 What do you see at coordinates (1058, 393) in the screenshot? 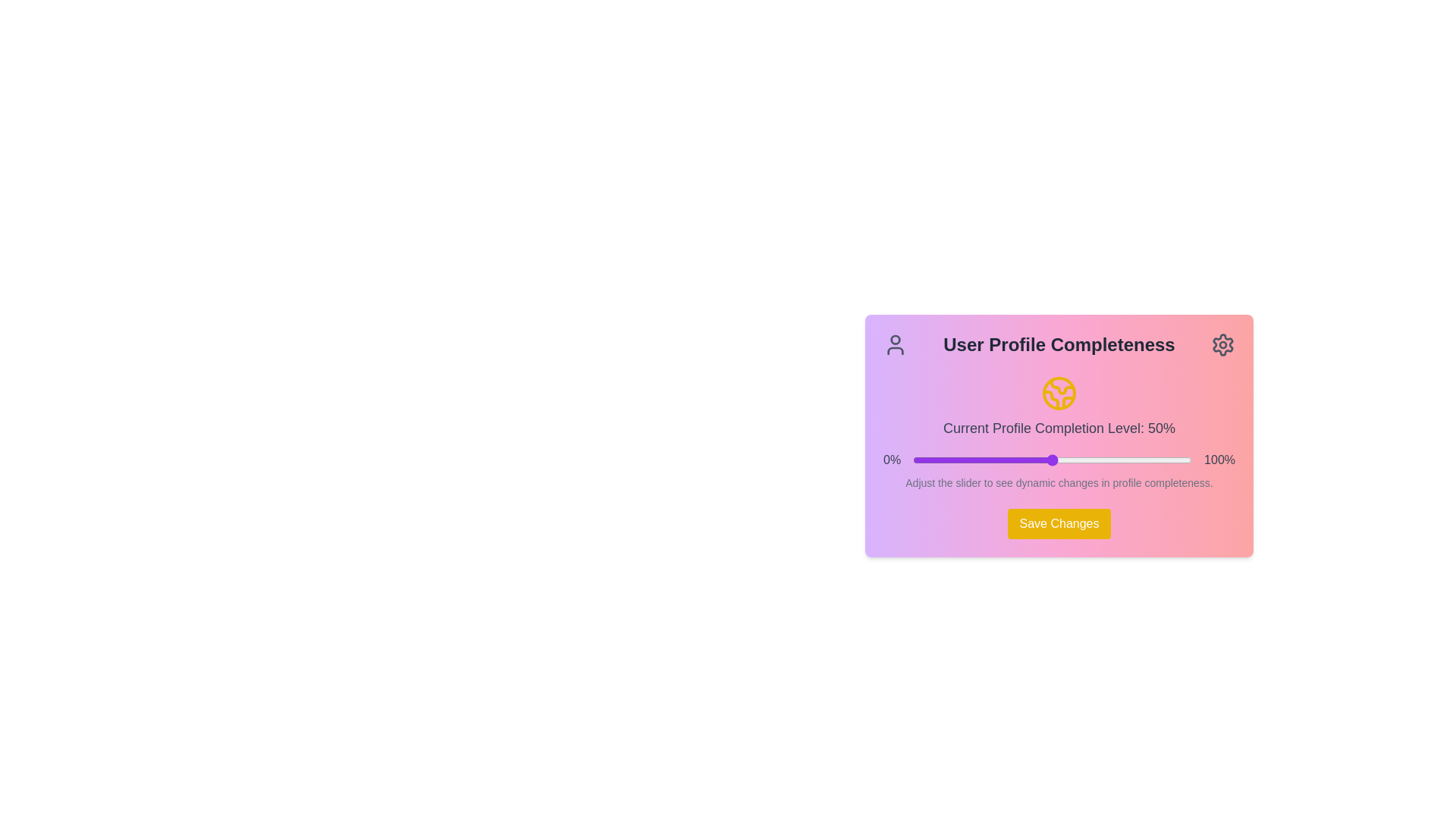
I see `the circular icon with a bold outline and decorative pattern, located at the center of the 'User Profile Completeness' card` at bounding box center [1058, 393].